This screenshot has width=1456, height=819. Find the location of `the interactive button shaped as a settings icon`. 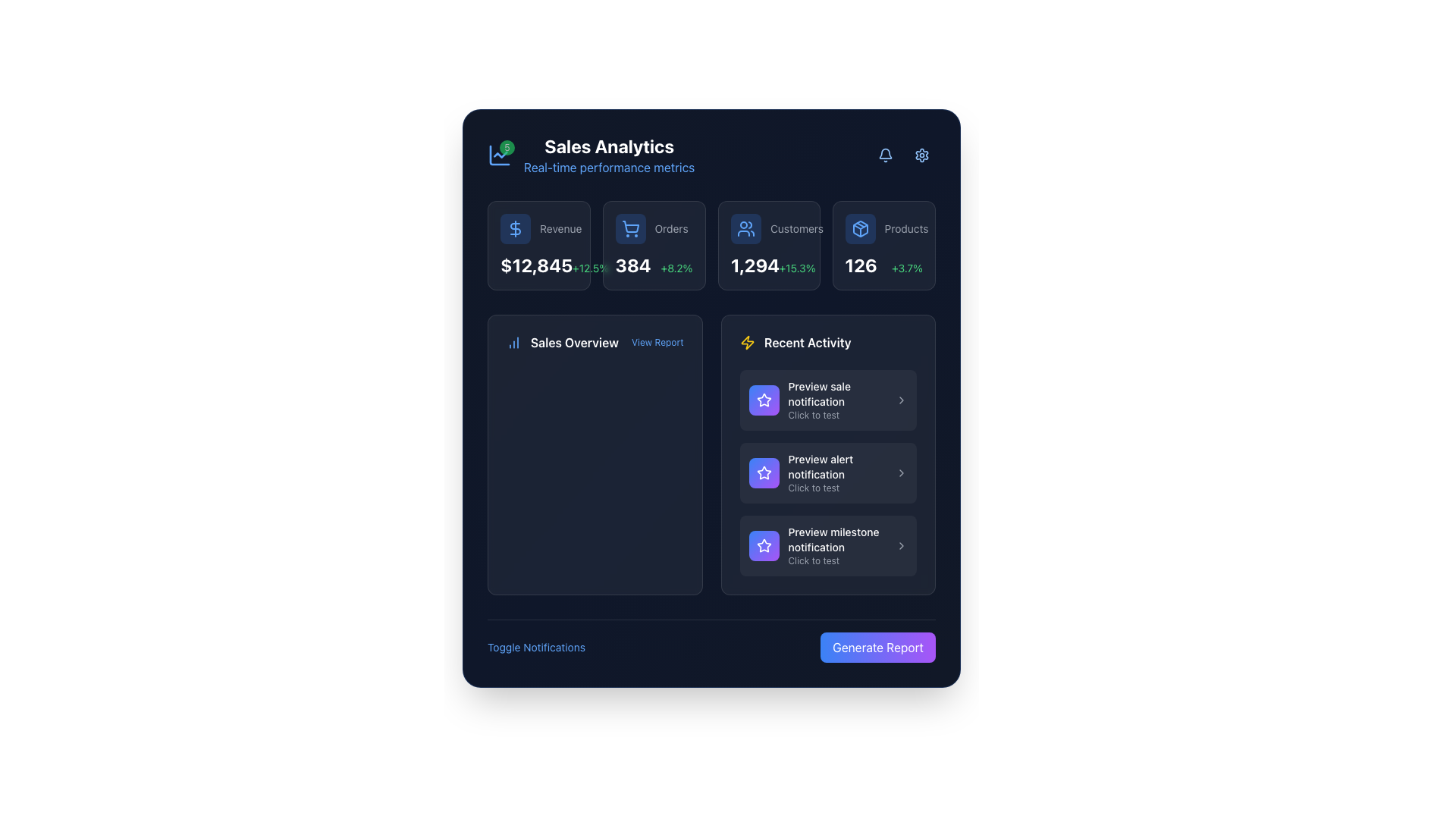

the interactive button shaped as a settings icon is located at coordinates (921, 155).